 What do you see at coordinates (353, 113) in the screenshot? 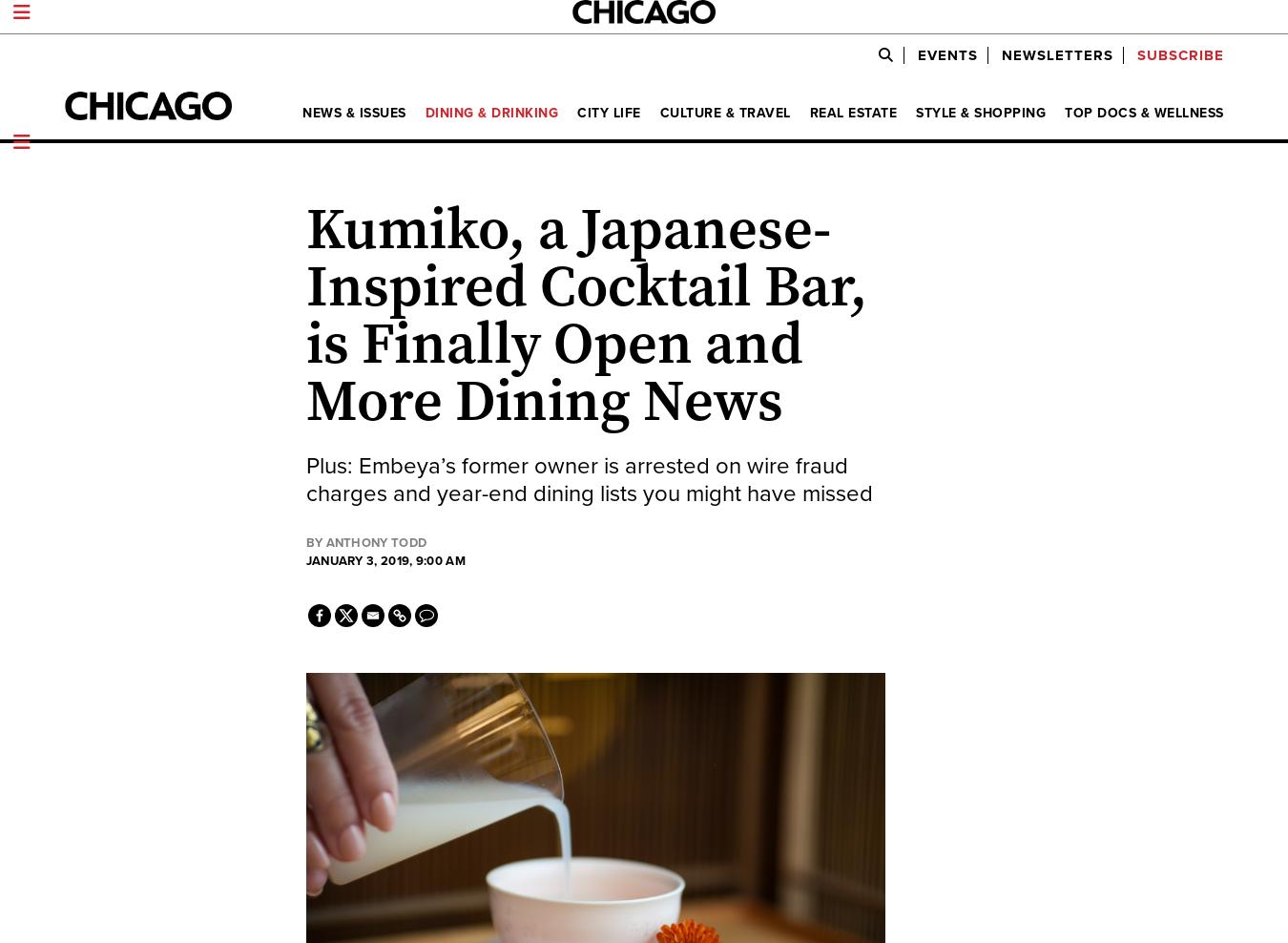
I see `'News & Issues'` at bounding box center [353, 113].